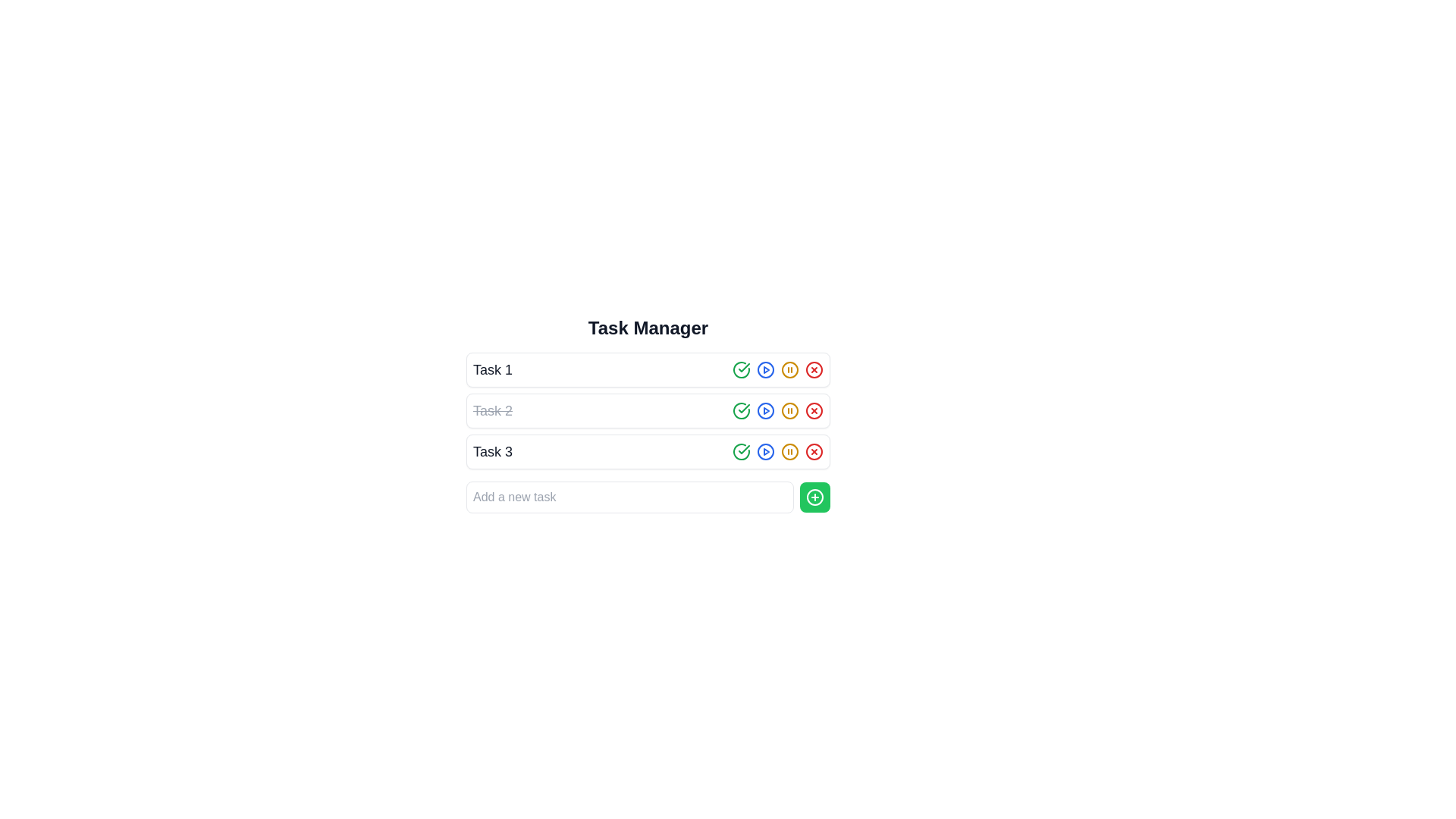 The width and height of the screenshot is (1456, 819). What do you see at coordinates (742, 370) in the screenshot?
I see `the first green circular icon button located to the right of 'Task 1'` at bounding box center [742, 370].